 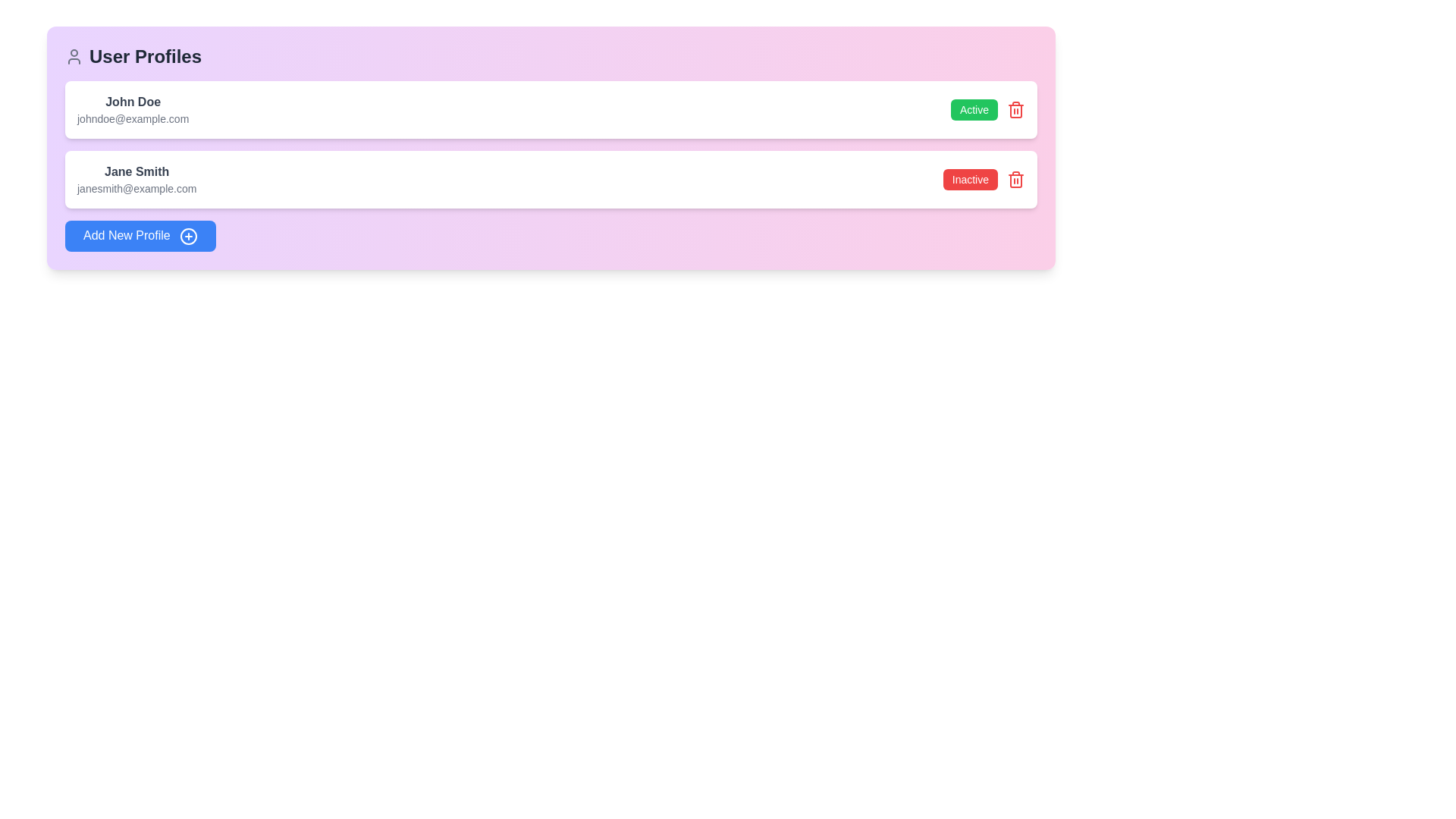 I want to click on the text label displaying 'Jane Smith' in bold dark gray font, which is positioned above the email address 'janesmith@example.com', so click(x=136, y=171).